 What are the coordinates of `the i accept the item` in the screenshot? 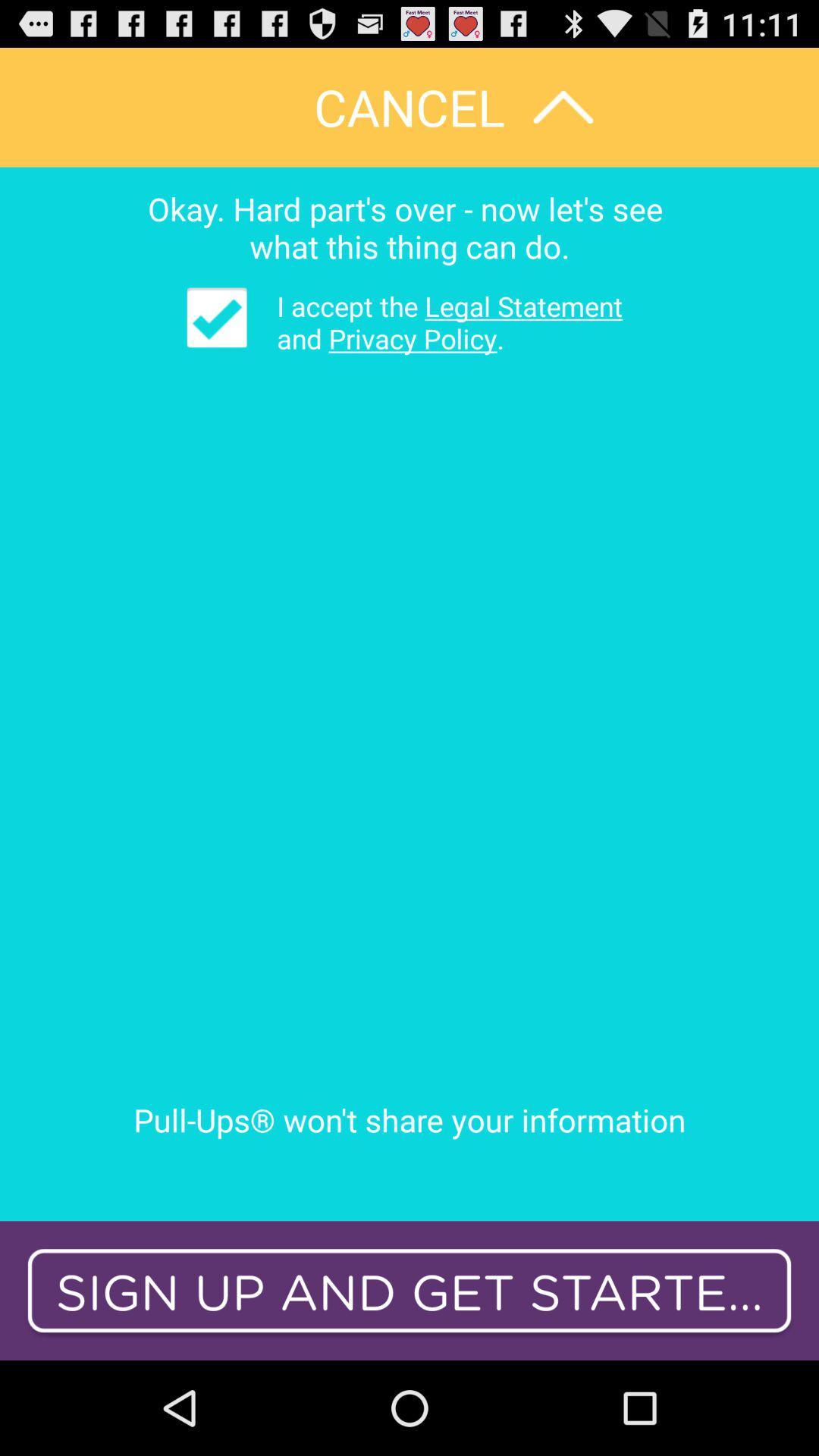 It's located at (438, 322).